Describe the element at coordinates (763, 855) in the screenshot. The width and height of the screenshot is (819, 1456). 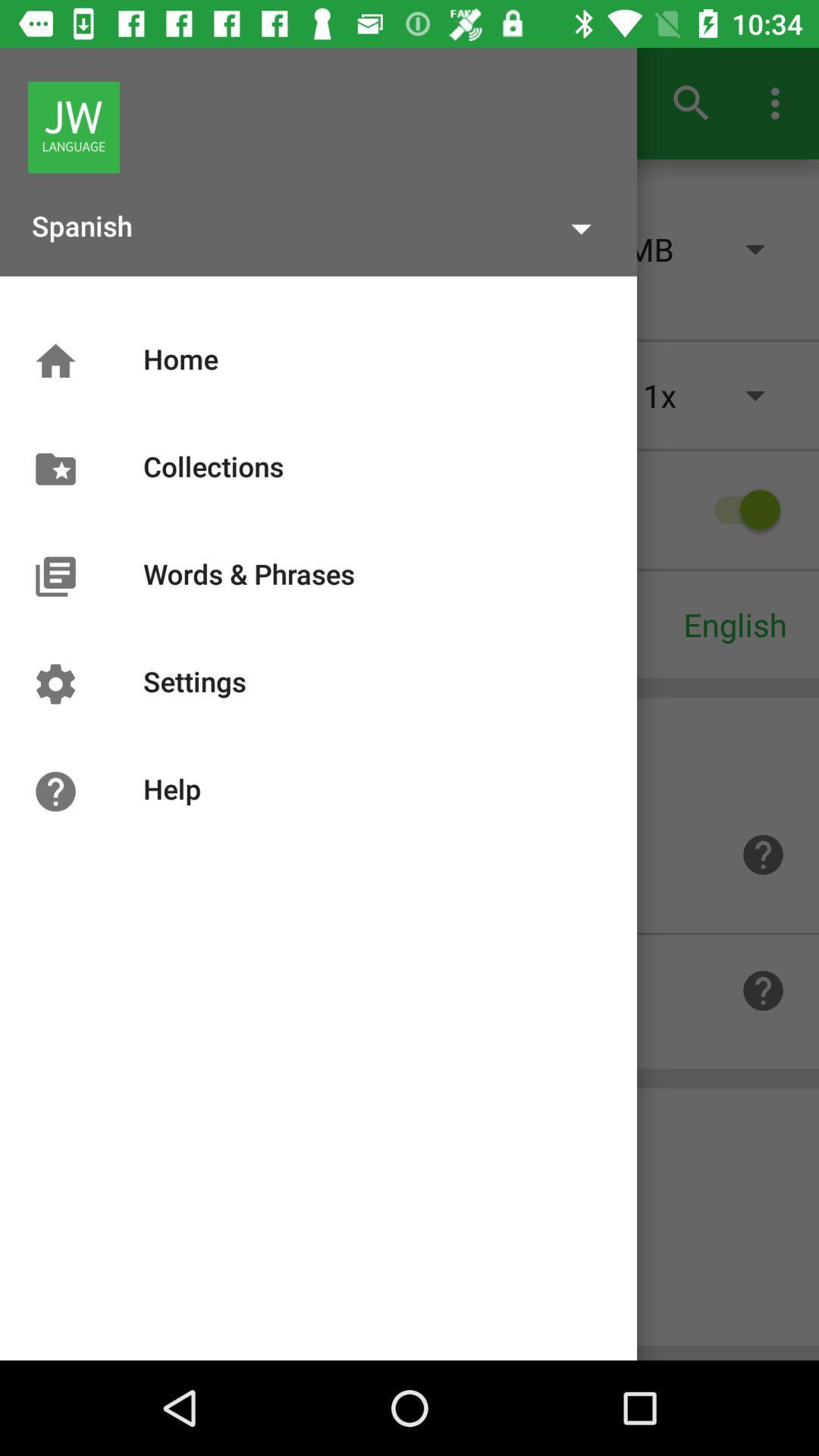
I see `the help icon` at that location.